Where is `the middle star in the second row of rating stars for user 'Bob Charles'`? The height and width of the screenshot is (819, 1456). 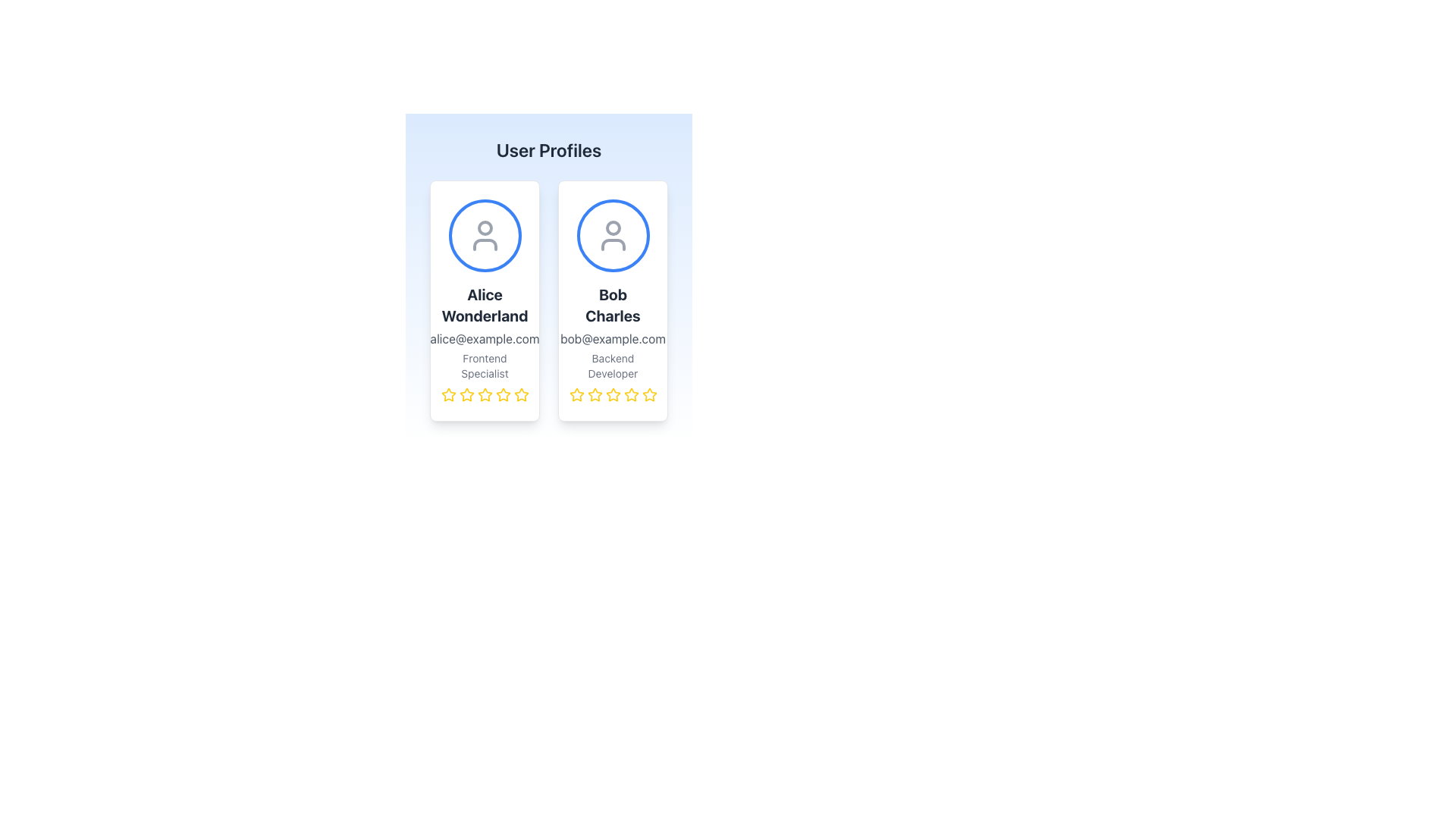
the middle star in the second row of rating stars for user 'Bob Charles' is located at coordinates (594, 394).